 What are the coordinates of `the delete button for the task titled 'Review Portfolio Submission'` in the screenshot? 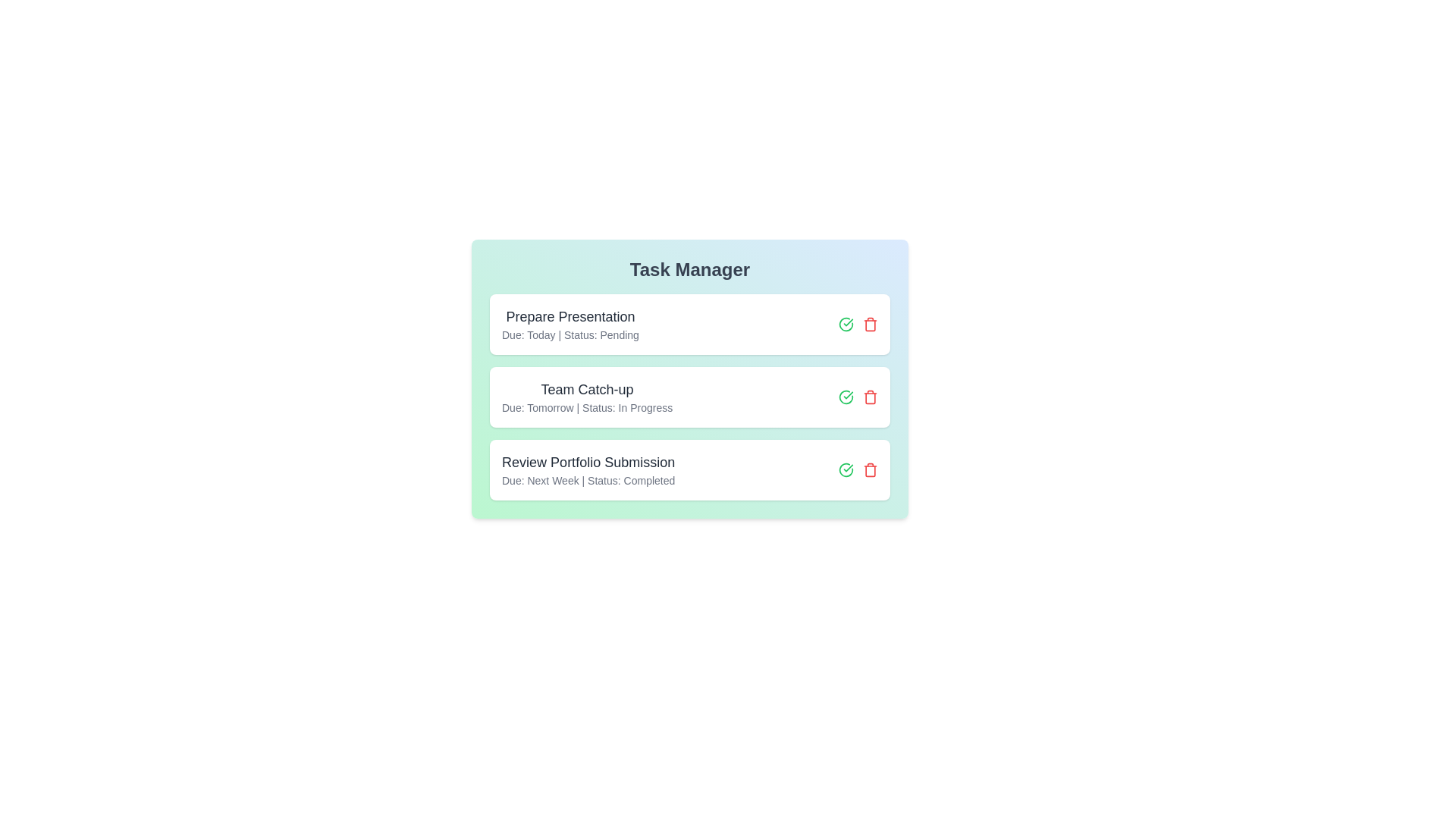 It's located at (870, 469).